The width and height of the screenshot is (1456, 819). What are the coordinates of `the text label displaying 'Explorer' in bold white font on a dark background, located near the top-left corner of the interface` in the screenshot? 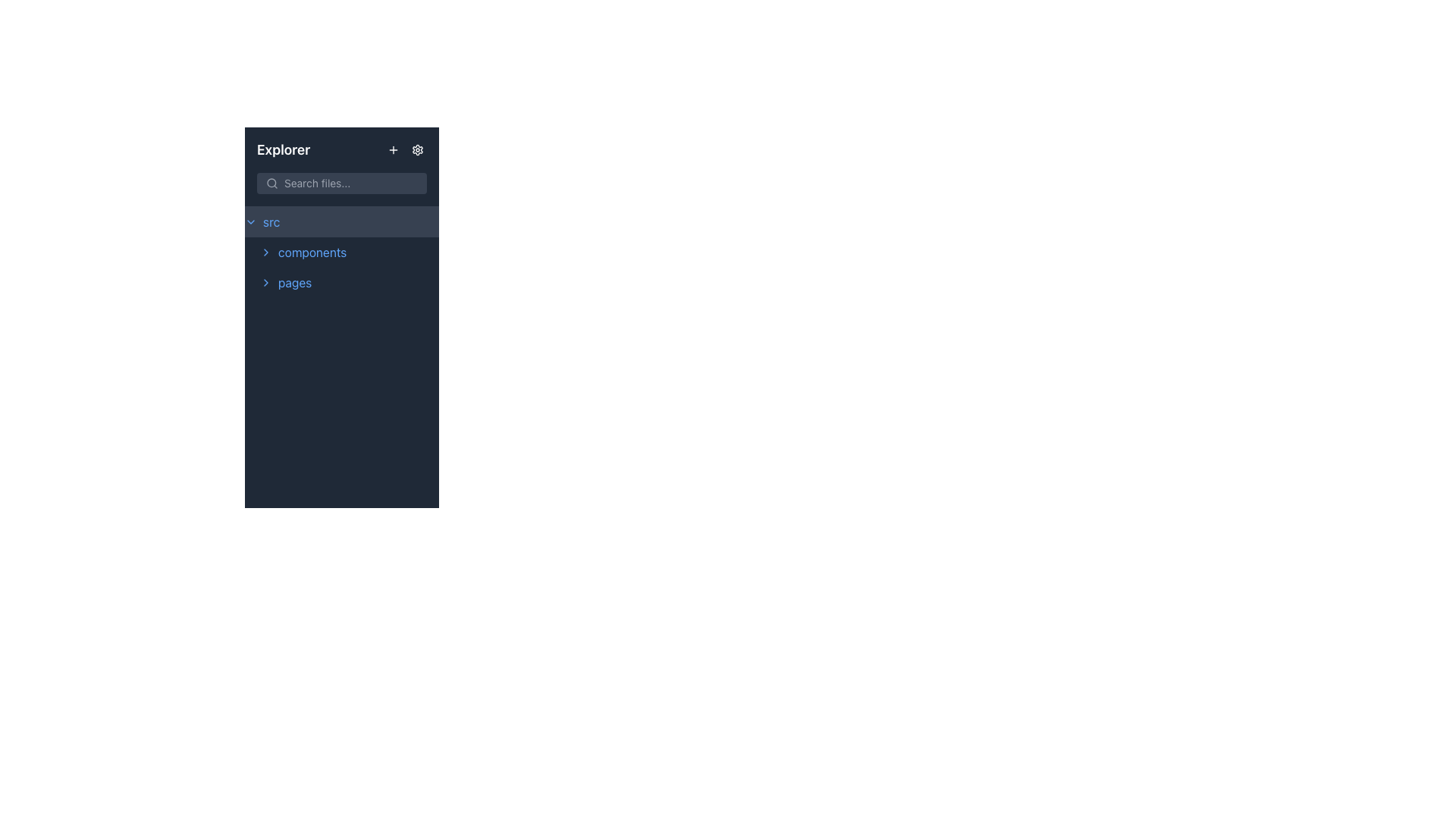 It's located at (284, 149).